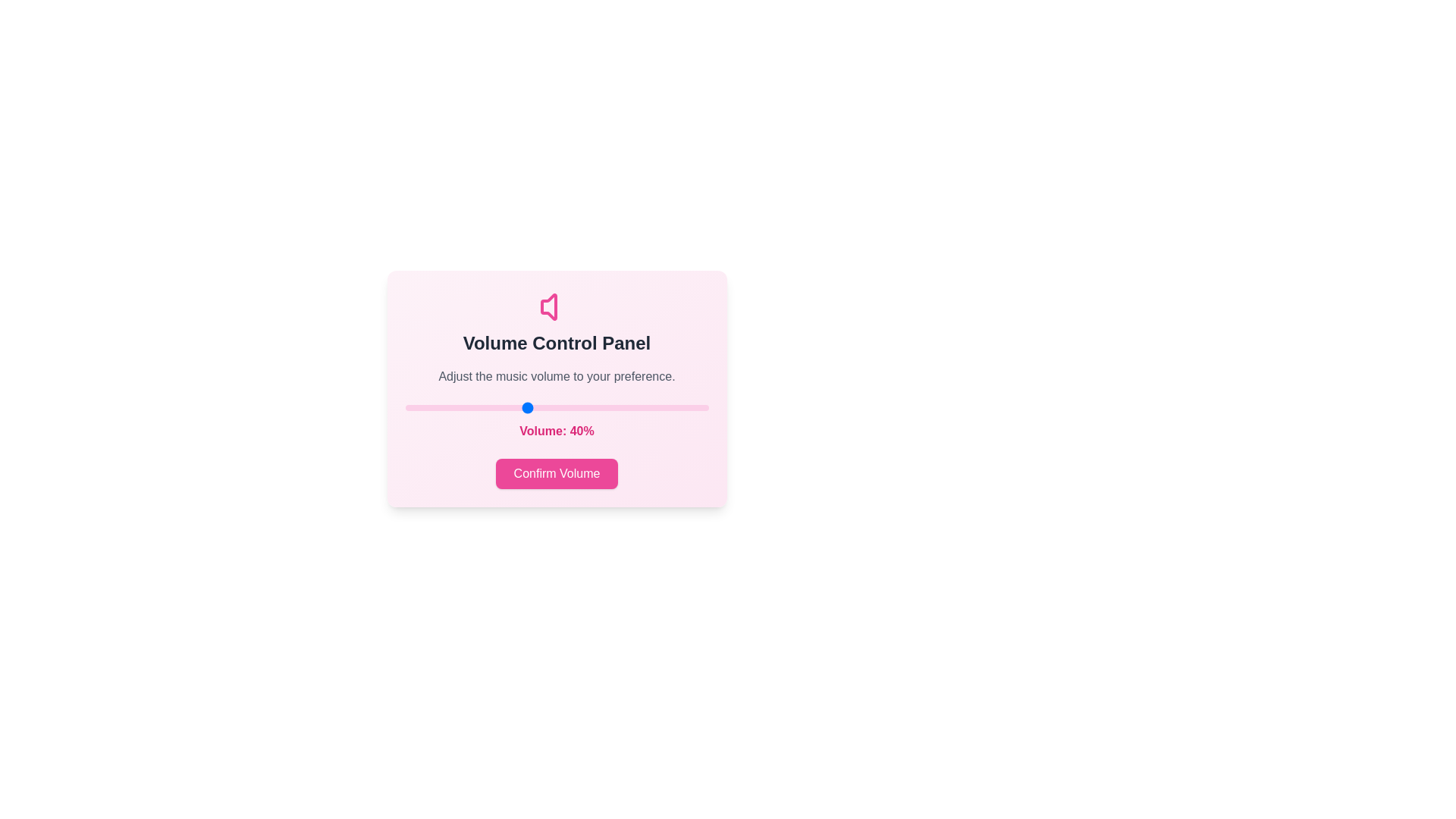  I want to click on the volume to 14 percent by dragging the slider, so click(447, 406).